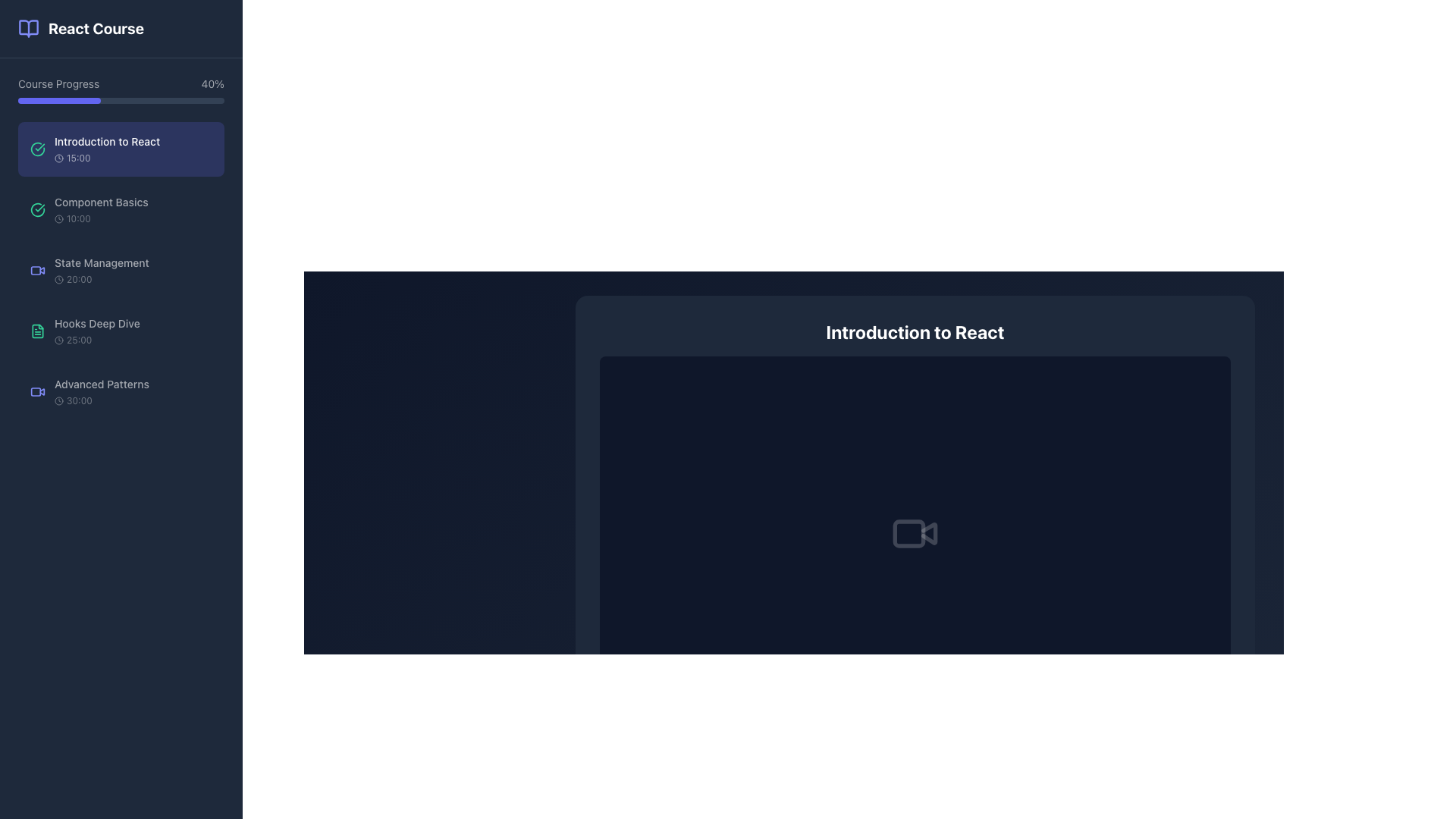  Describe the element at coordinates (120, 270) in the screenshot. I see `the 'State Management' button in the 'React Course' sidebar` at that location.